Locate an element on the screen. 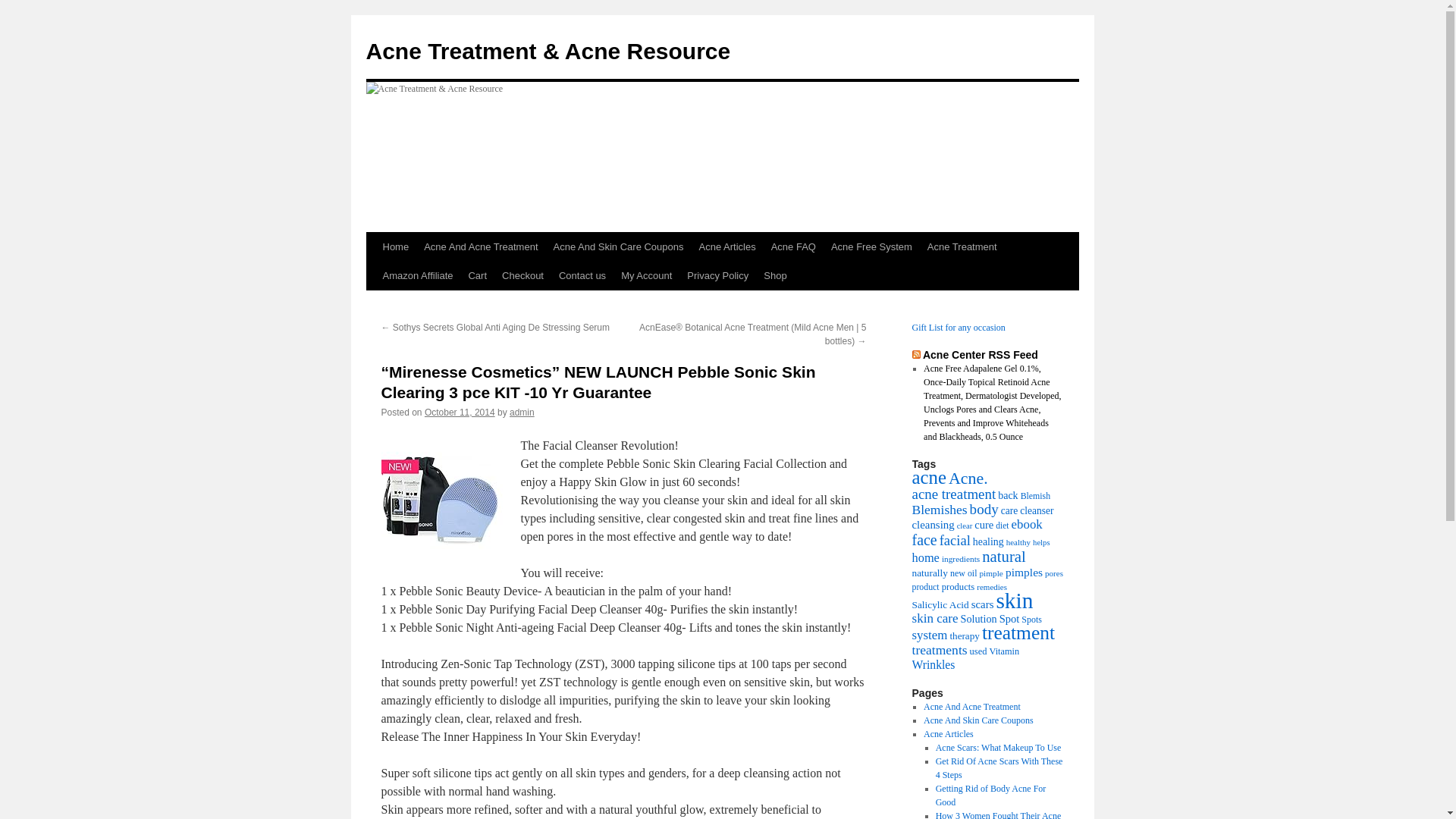 Image resolution: width=1456 pixels, height=819 pixels. 'facial' is located at coordinates (954, 539).